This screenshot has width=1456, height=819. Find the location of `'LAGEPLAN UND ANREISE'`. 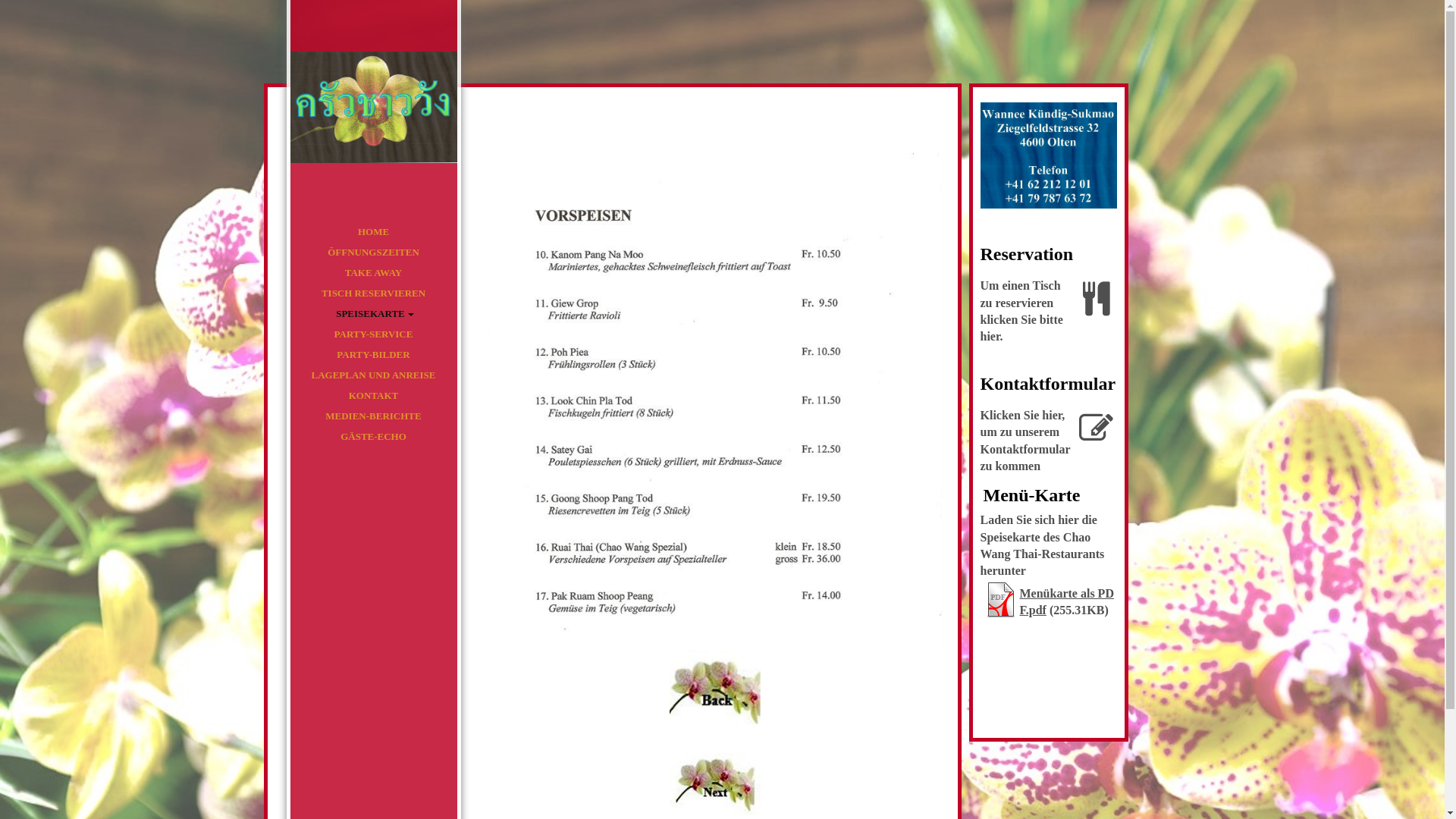

'LAGEPLAN UND ANREISE' is located at coordinates (372, 375).